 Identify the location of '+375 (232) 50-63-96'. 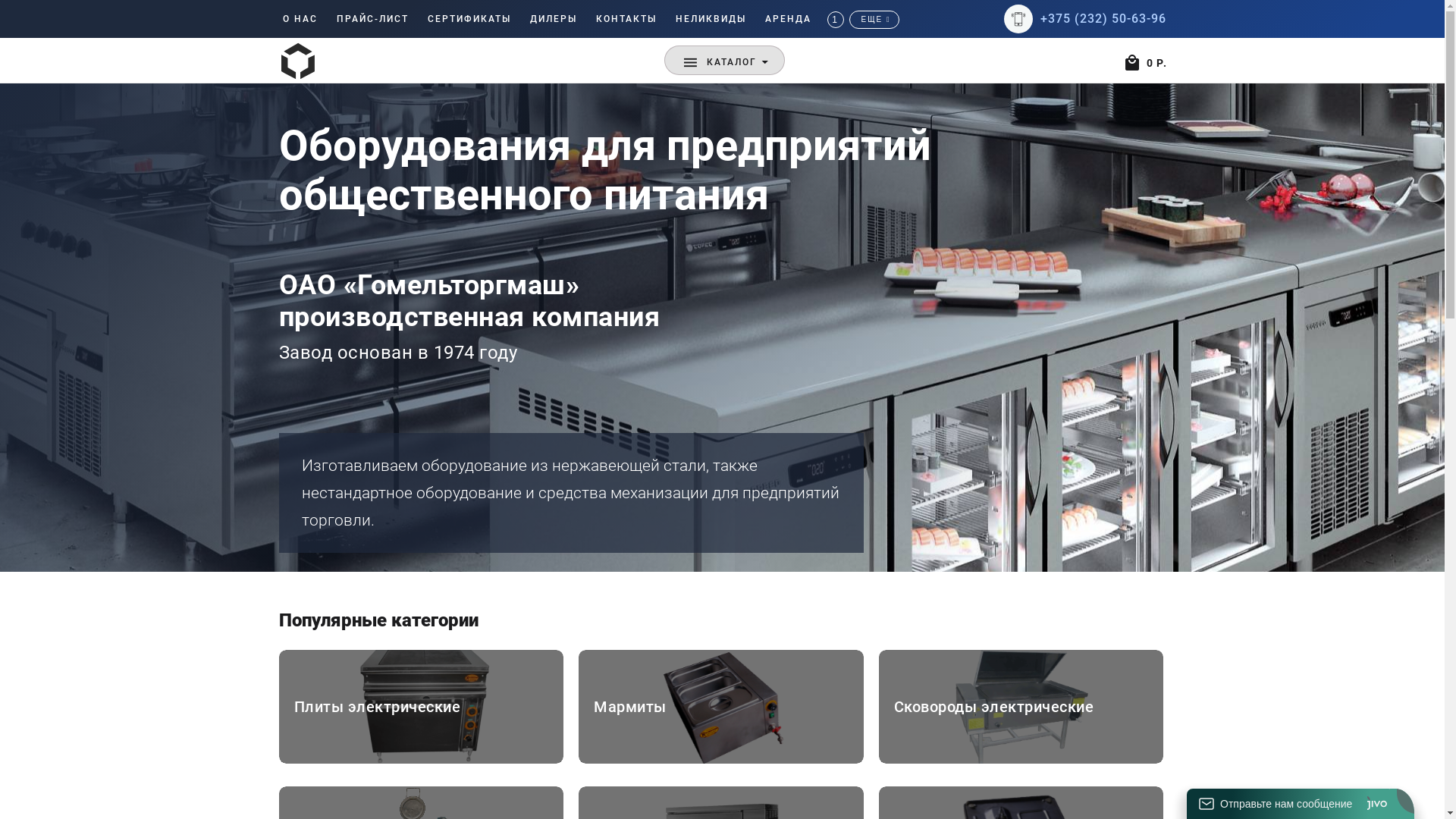
(1103, 17).